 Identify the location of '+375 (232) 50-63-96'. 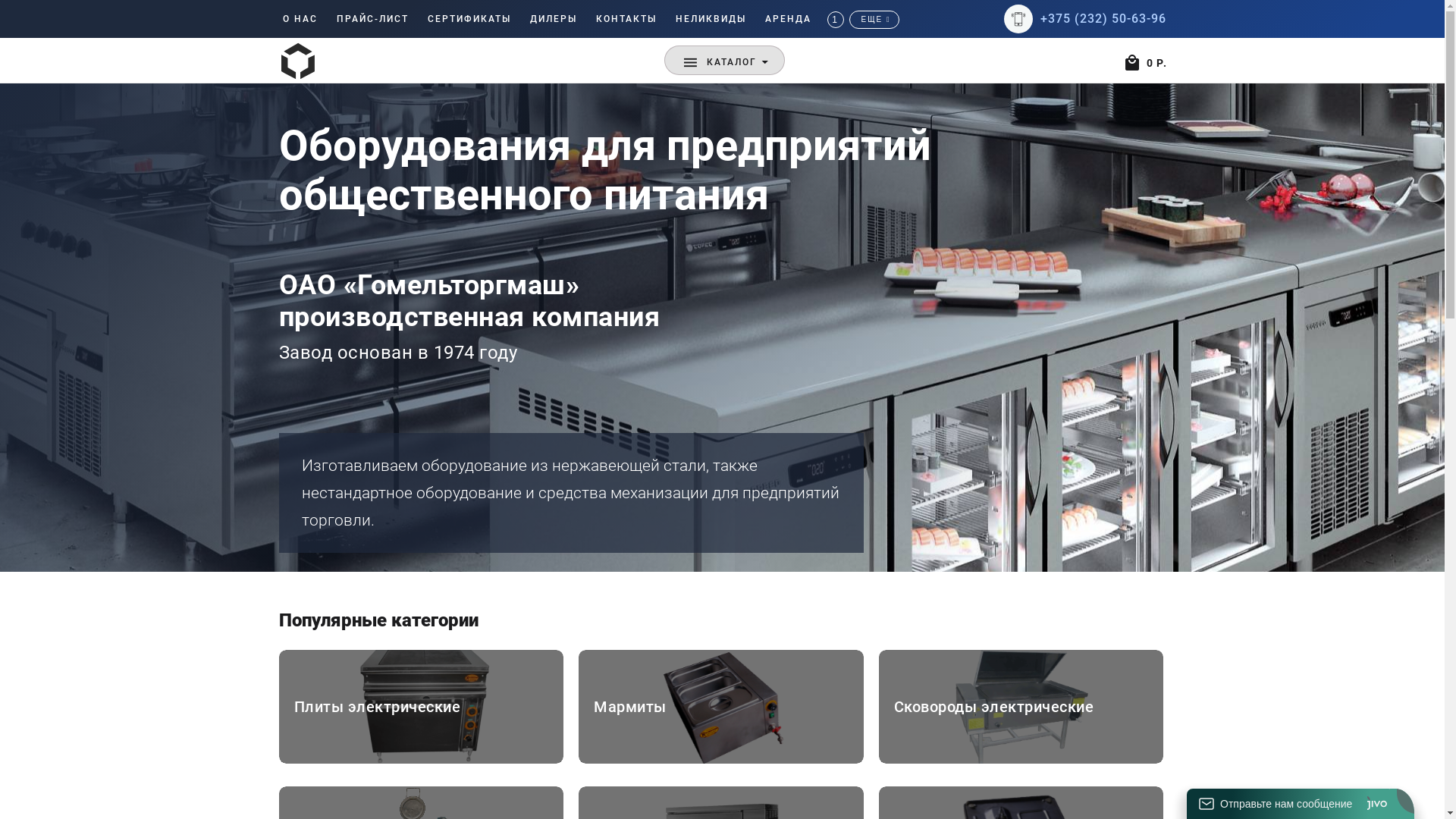
(1103, 17).